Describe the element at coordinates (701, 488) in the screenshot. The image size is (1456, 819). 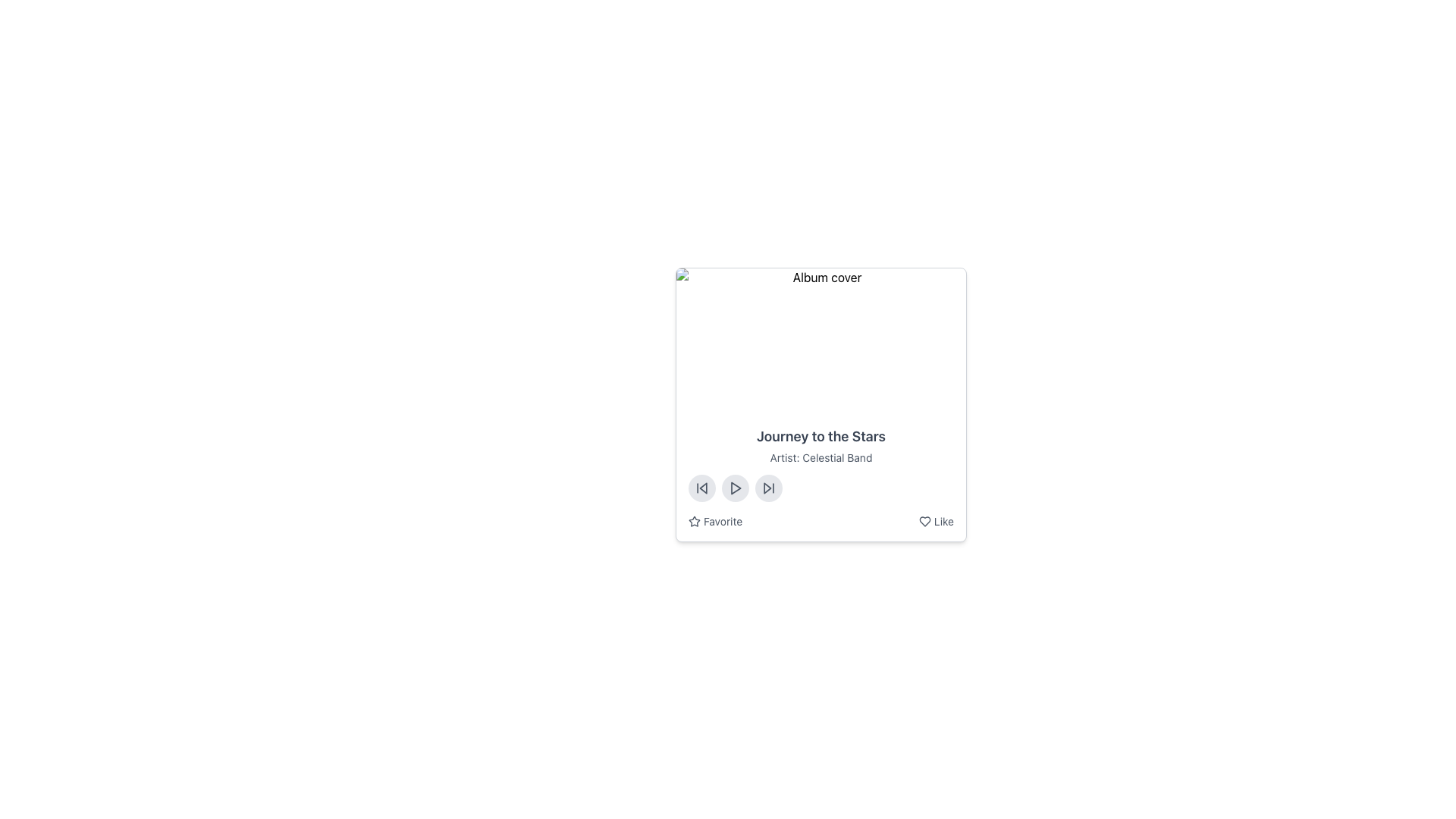
I see `the skip-backward button, which is the first button in a horizontal sequence of three buttons located below the song title and artist section` at that location.